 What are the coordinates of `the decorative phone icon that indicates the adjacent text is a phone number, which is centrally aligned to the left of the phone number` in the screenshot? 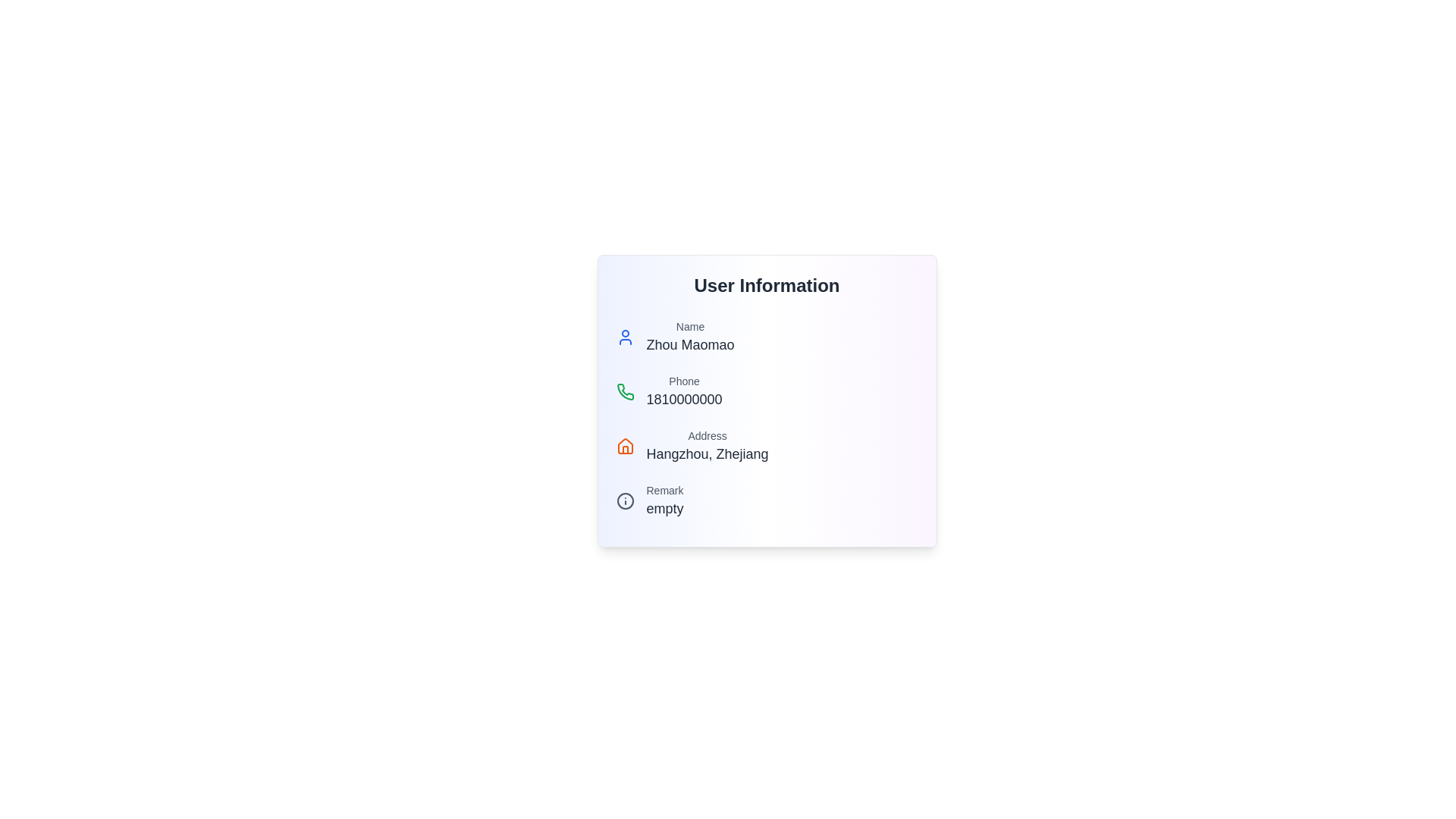 It's located at (625, 391).